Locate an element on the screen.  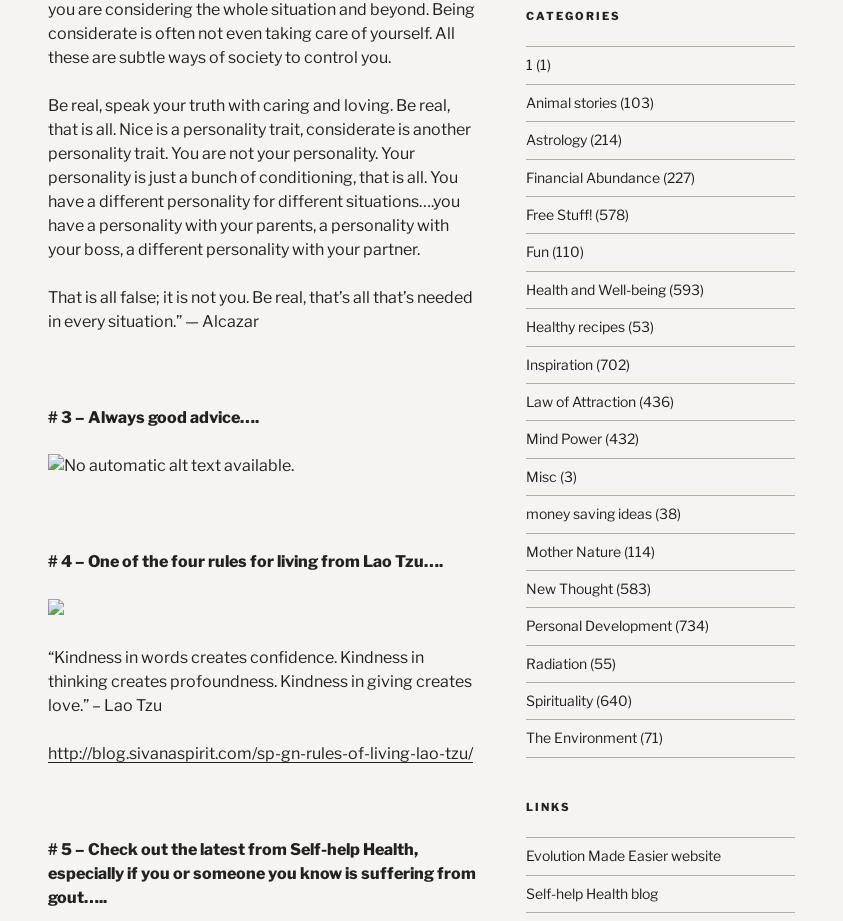
'Financial Abundance' is located at coordinates (591, 175).